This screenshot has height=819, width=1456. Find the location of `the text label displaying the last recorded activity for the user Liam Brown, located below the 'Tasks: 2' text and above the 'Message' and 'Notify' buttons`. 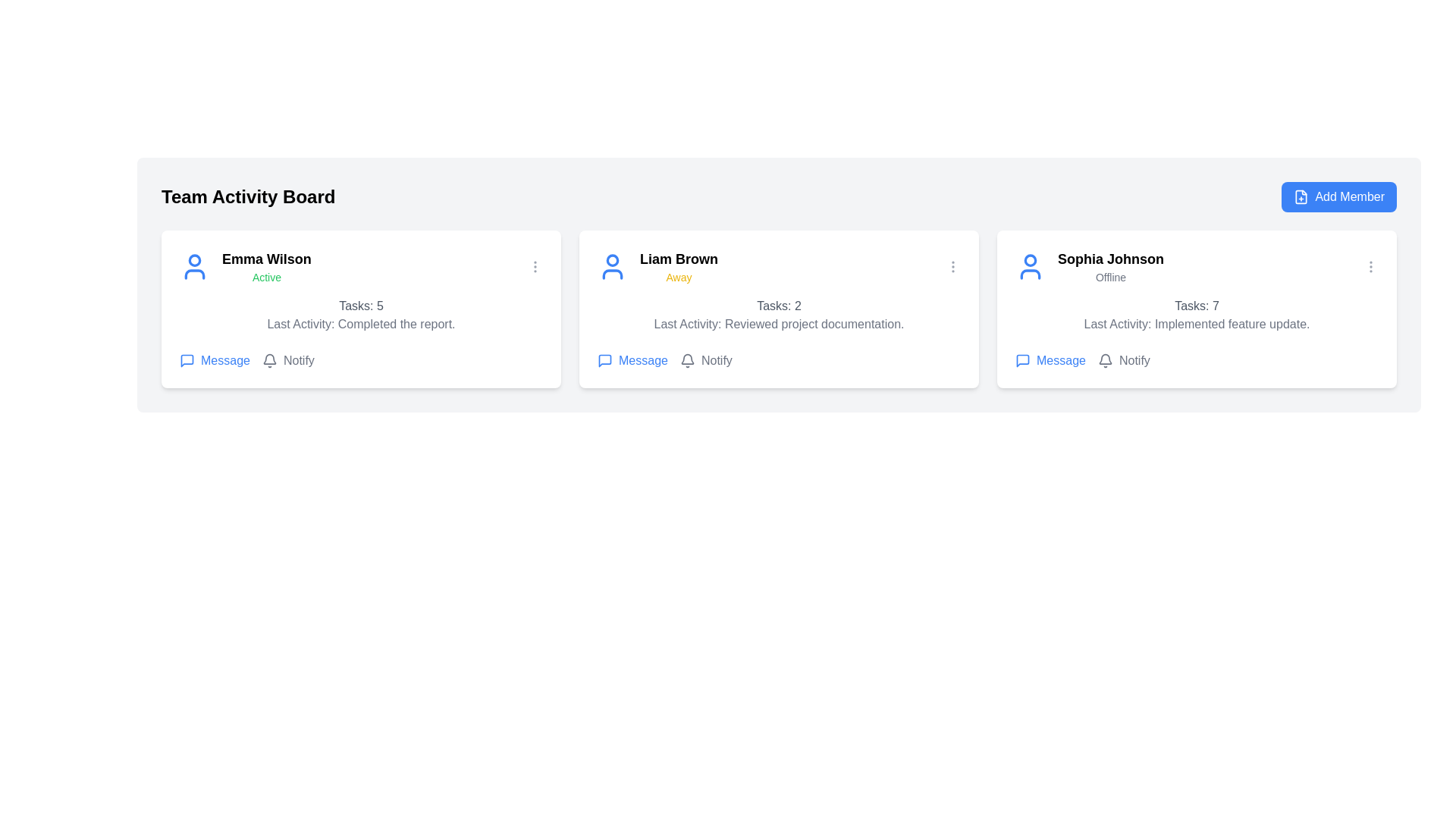

the text label displaying the last recorded activity for the user Liam Brown, located below the 'Tasks: 2' text and above the 'Message' and 'Notify' buttons is located at coordinates (779, 324).